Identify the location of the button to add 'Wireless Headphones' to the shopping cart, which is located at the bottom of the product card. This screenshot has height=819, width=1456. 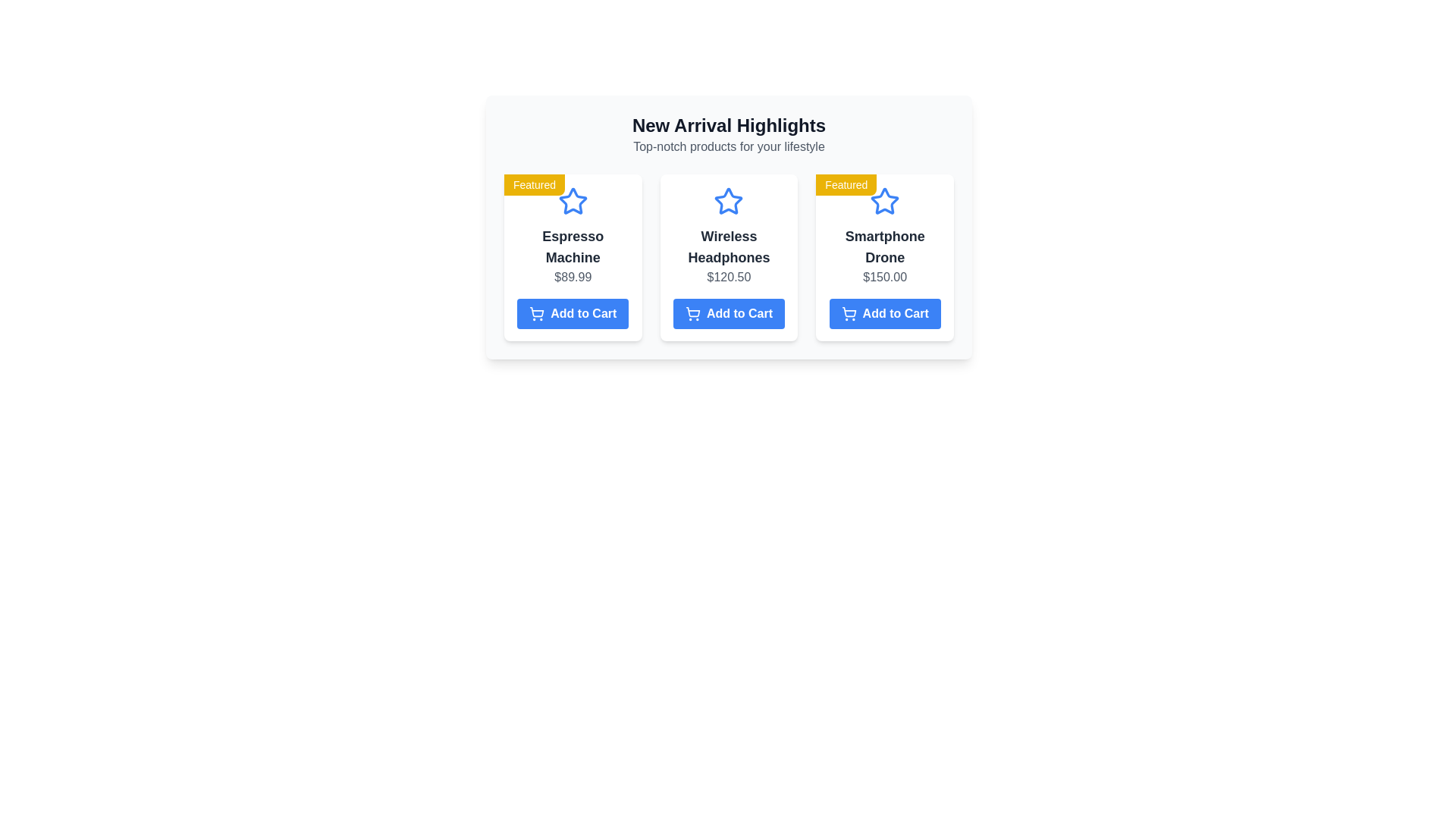
(729, 312).